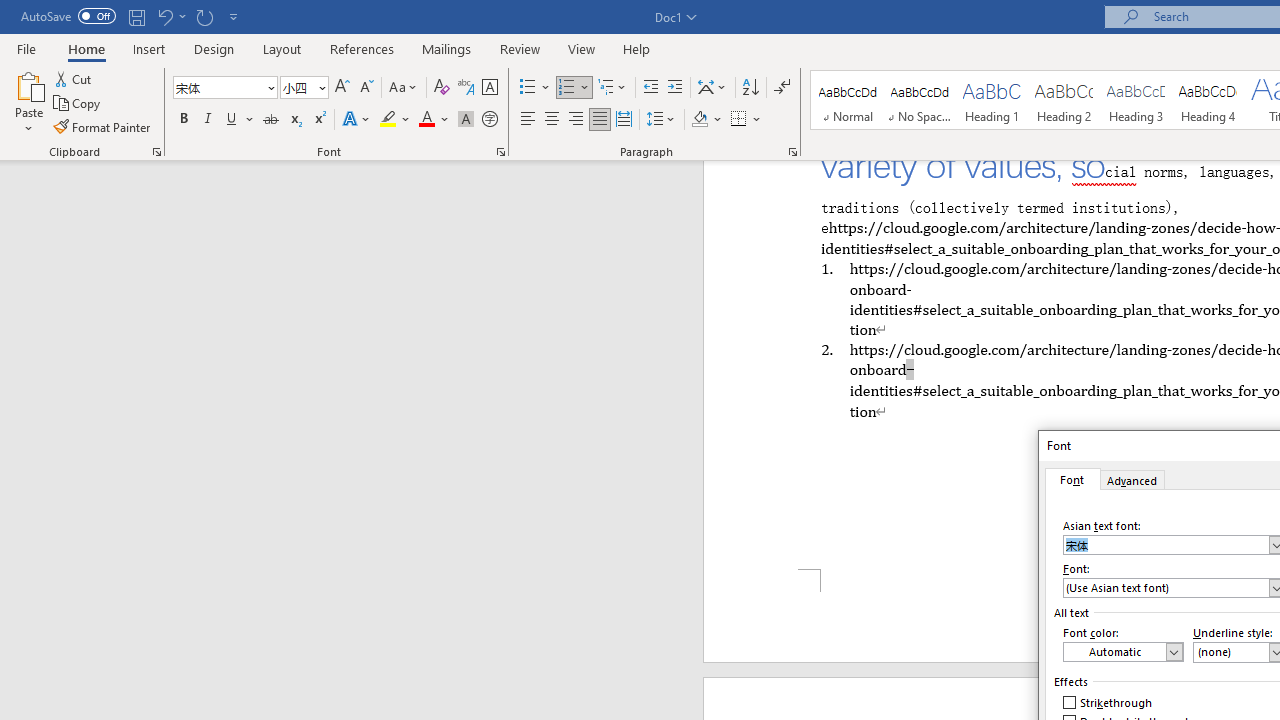 This screenshot has height=720, width=1280. I want to click on 'Clear Formatting', so click(441, 86).